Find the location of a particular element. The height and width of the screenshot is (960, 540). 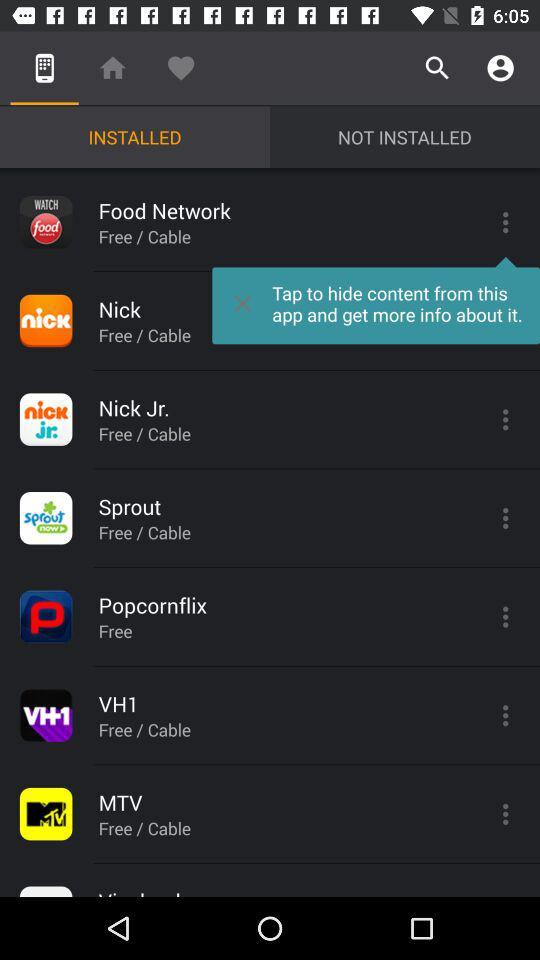

the tap to hide icon is located at coordinates (376, 299).